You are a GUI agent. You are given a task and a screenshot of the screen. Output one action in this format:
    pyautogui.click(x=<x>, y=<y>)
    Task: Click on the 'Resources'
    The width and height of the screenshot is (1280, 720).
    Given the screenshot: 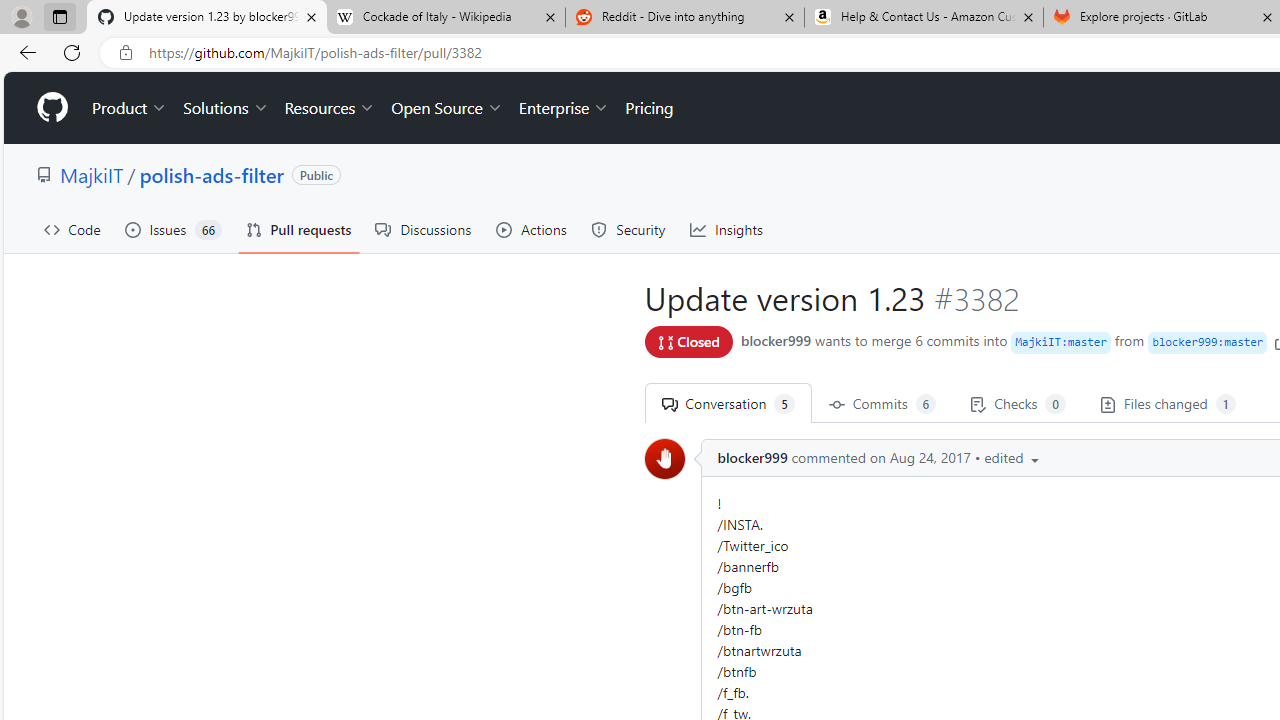 What is the action you would take?
    pyautogui.click(x=330, y=108)
    